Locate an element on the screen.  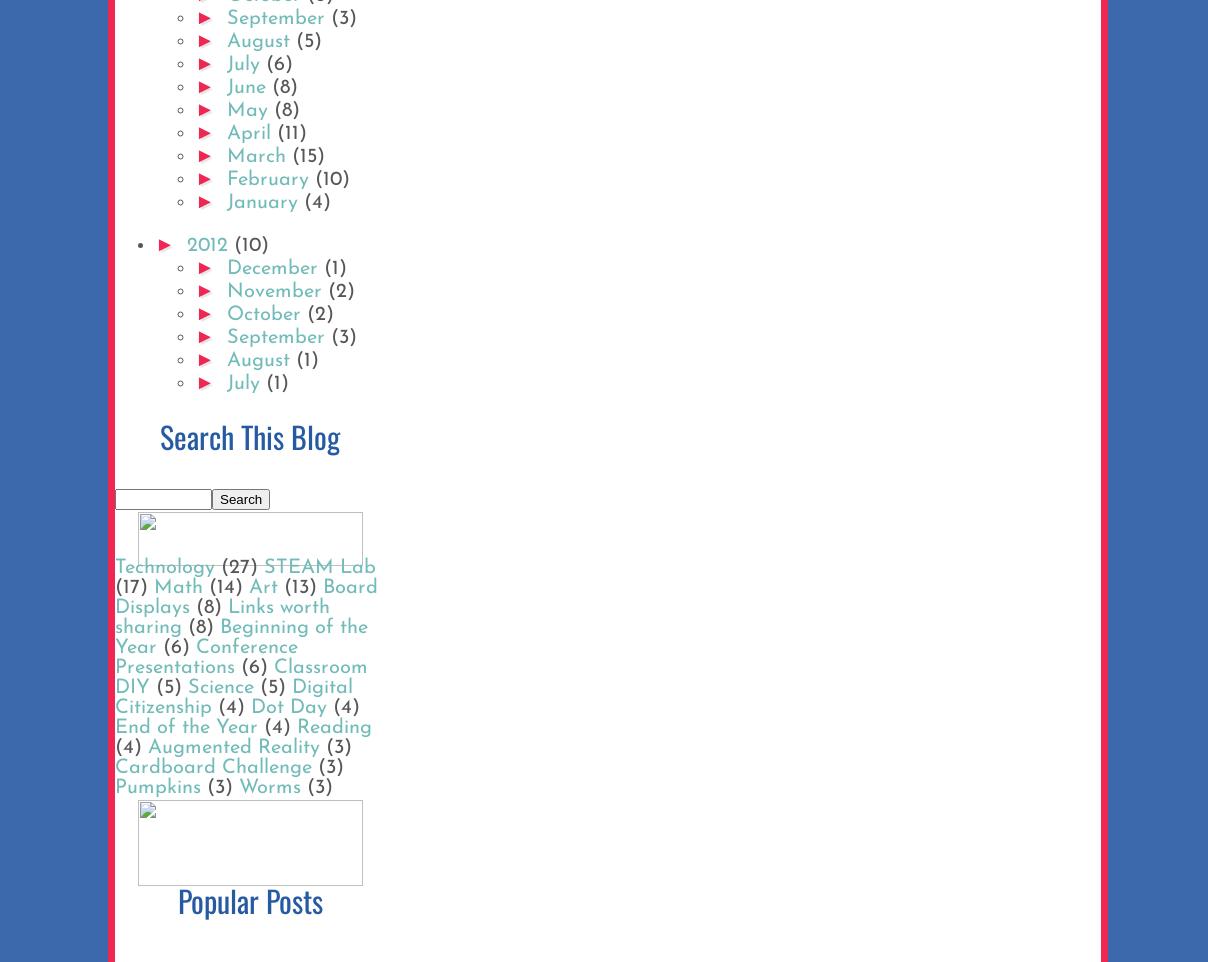
'End of the Year' is located at coordinates (114, 728).